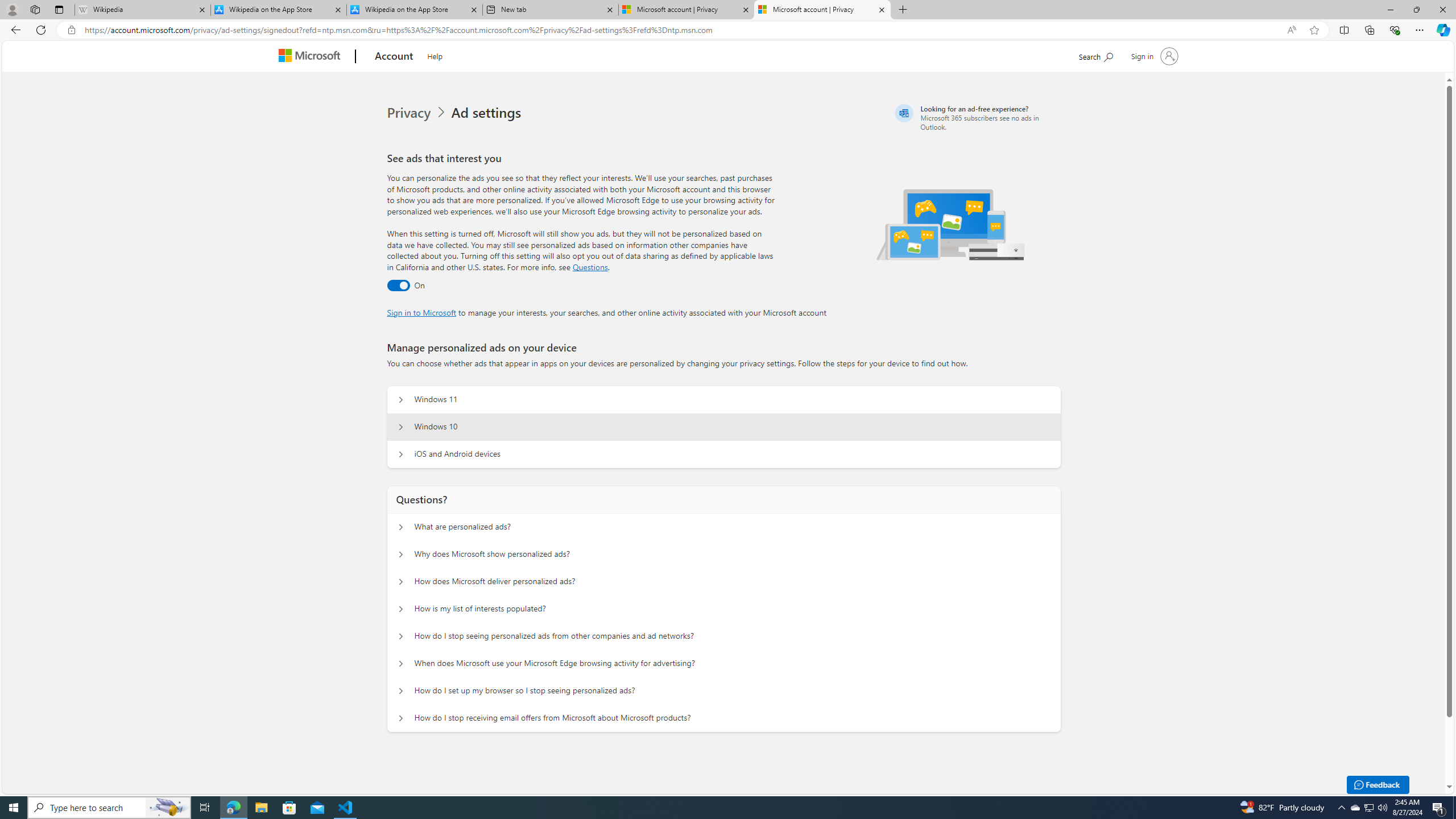 Image resolution: width=1456 pixels, height=819 pixels. I want to click on 'Back', so click(14, 29).